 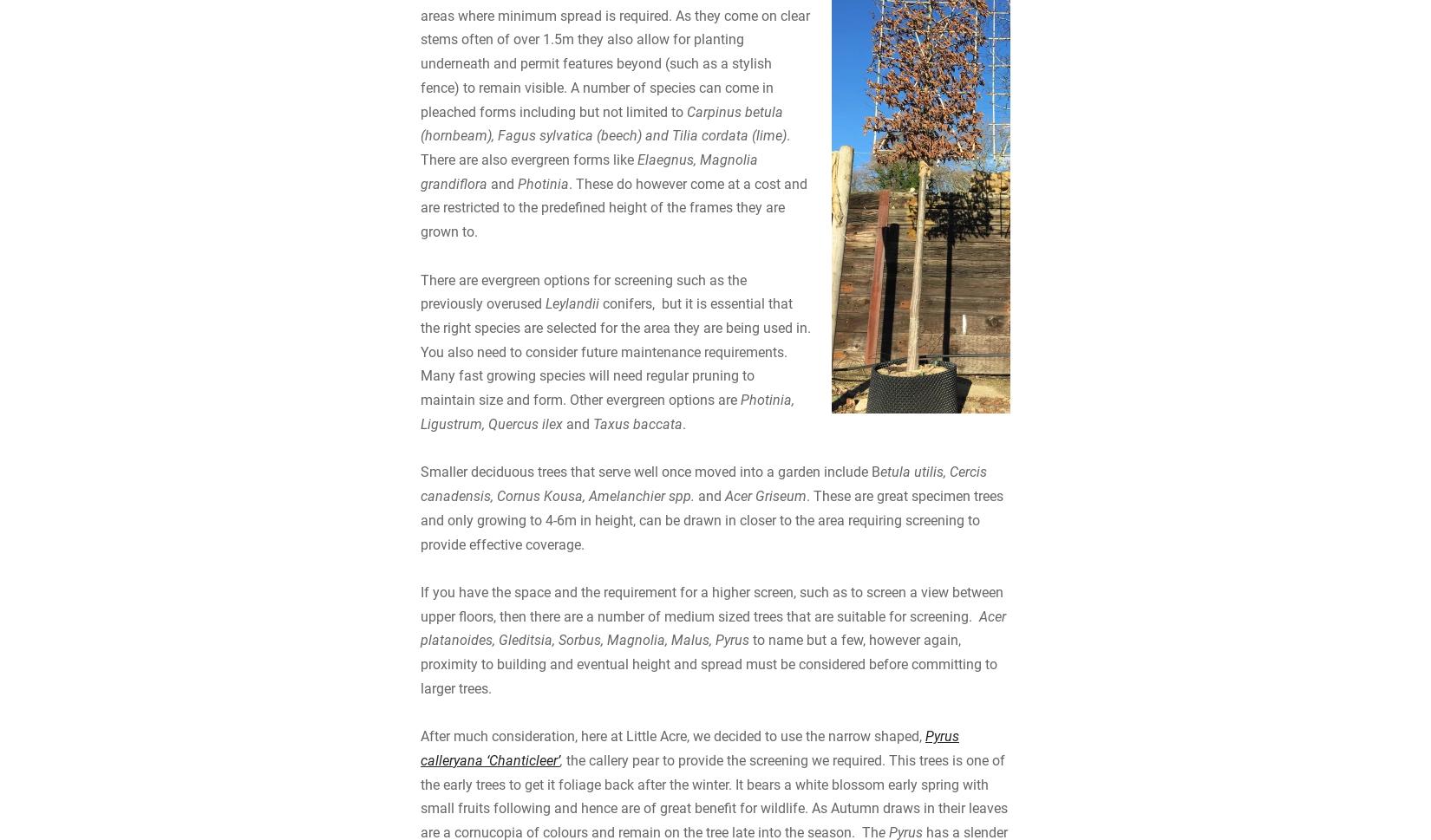 I want to click on 'Acer Griseum', so click(x=766, y=637).